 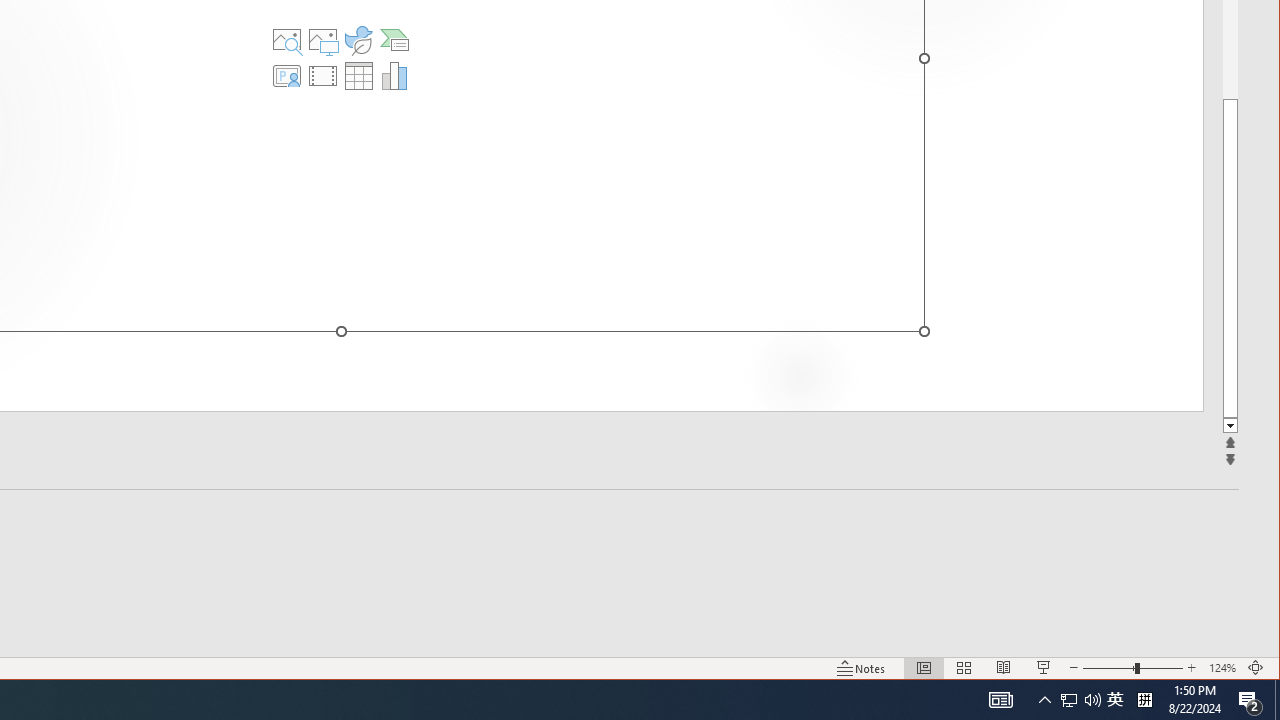 I want to click on 'Stock Images', so click(x=286, y=39).